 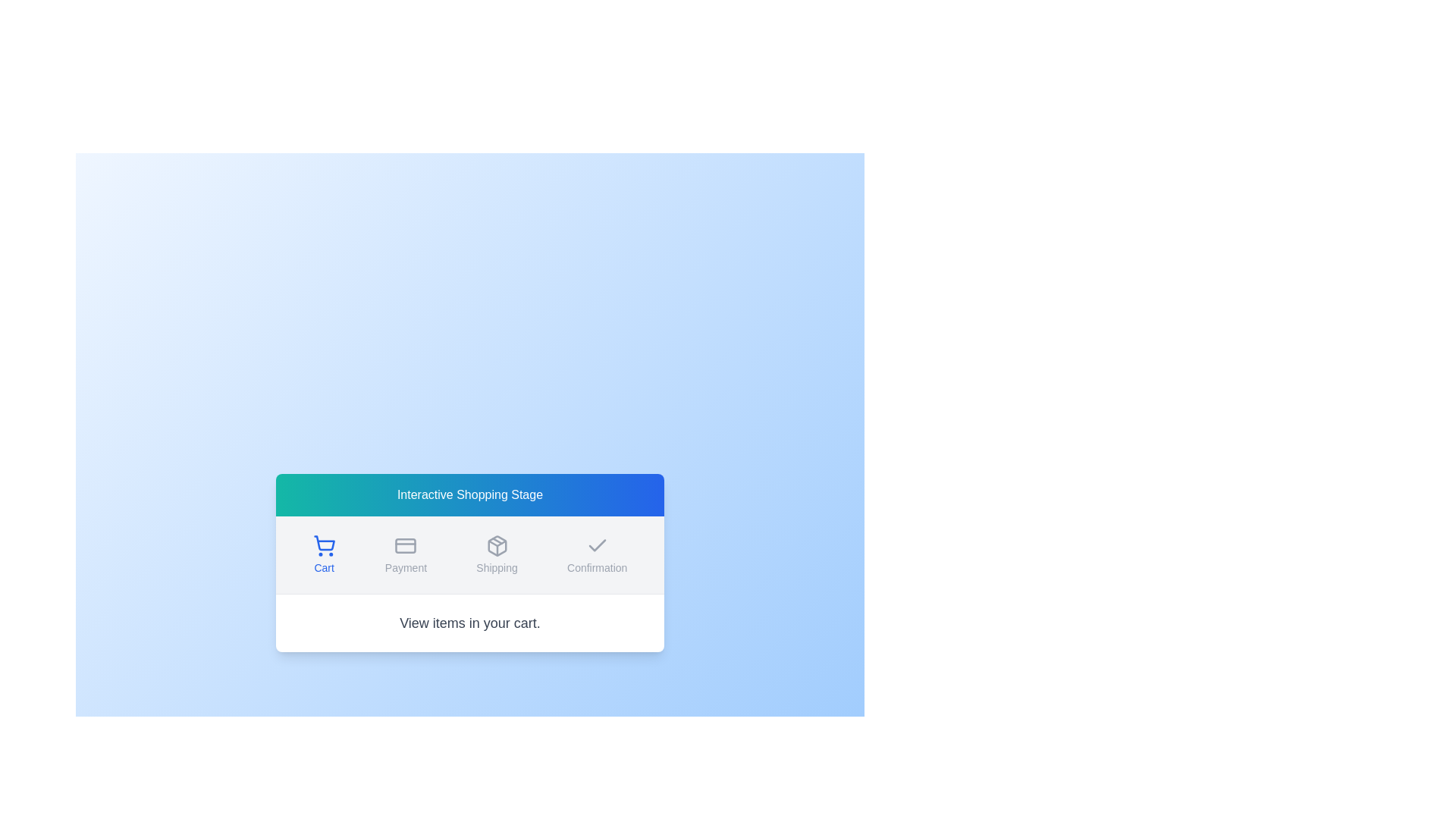 What do you see at coordinates (323, 554) in the screenshot?
I see `the 'Cart' button, which is a small icon with a shopping cart and the label 'Cart', located under the 'Interactive Shopping Stage' header` at bounding box center [323, 554].